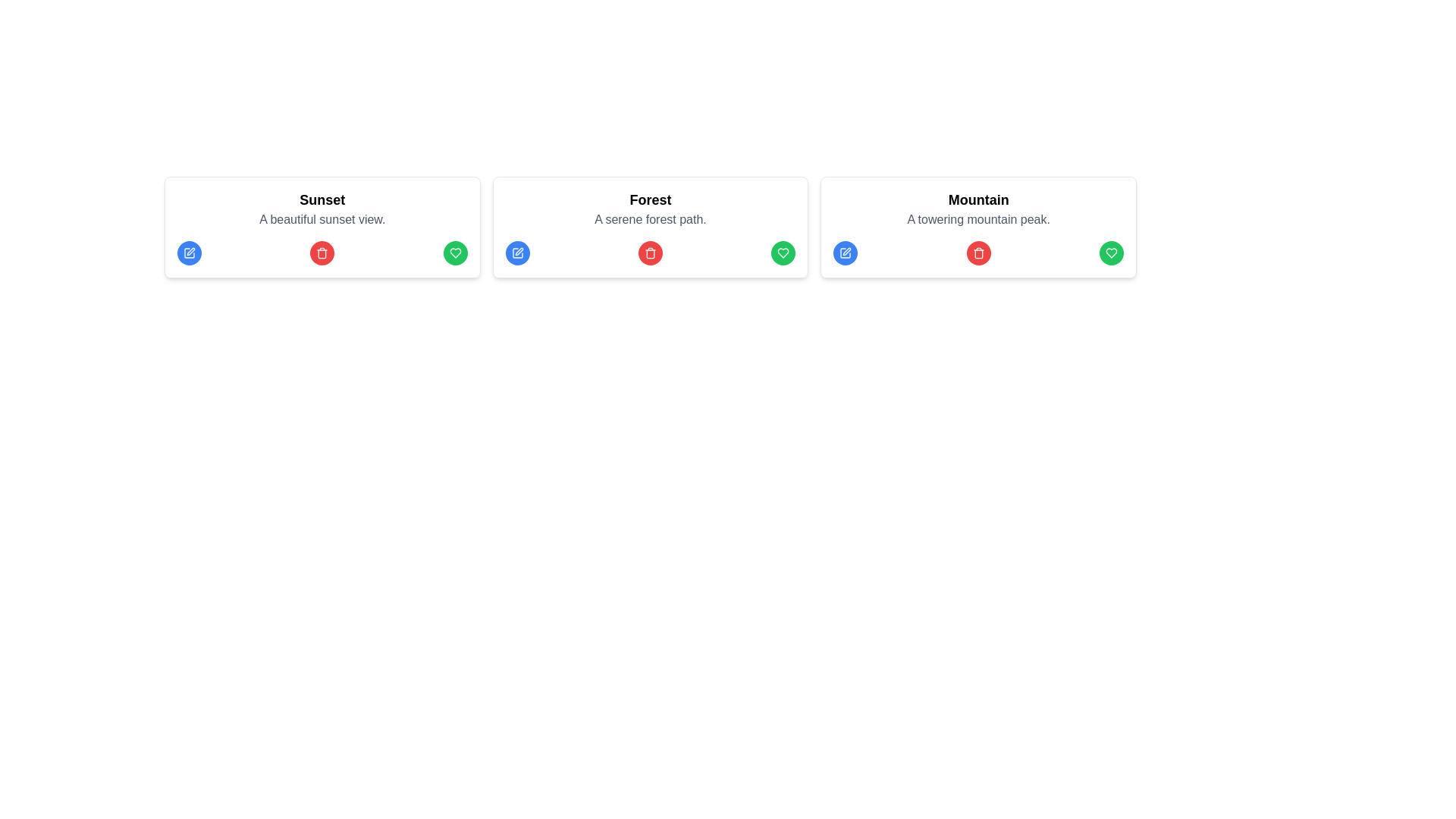 This screenshot has height=819, width=1456. What do you see at coordinates (978, 199) in the screenshot?
I see `the static text label displaying 'Mountain' at the top of the third card in a row of three cards` at bounding box center [978, 199].